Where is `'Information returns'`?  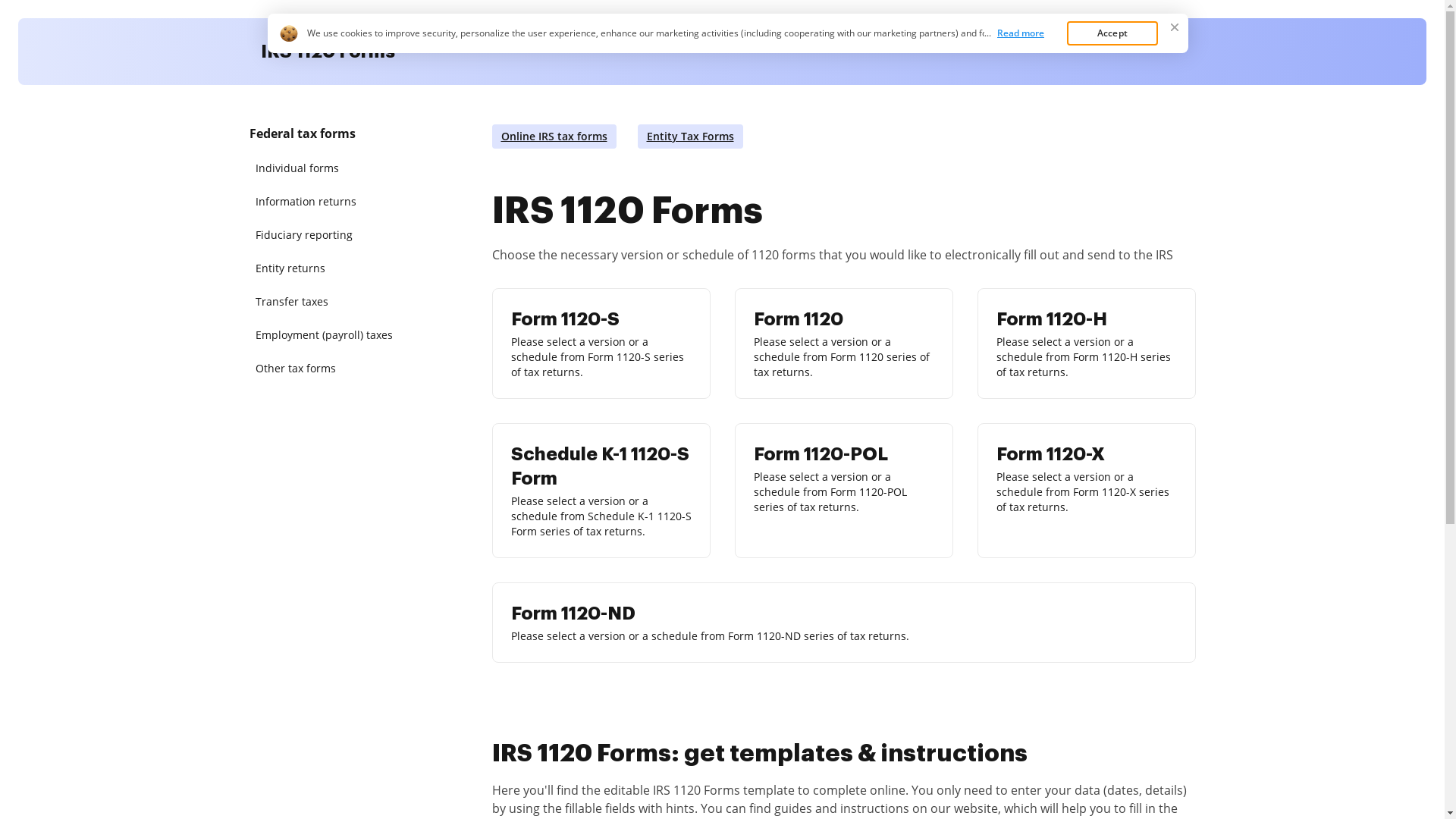 'Information returns' is located at coordinates (327, 201).